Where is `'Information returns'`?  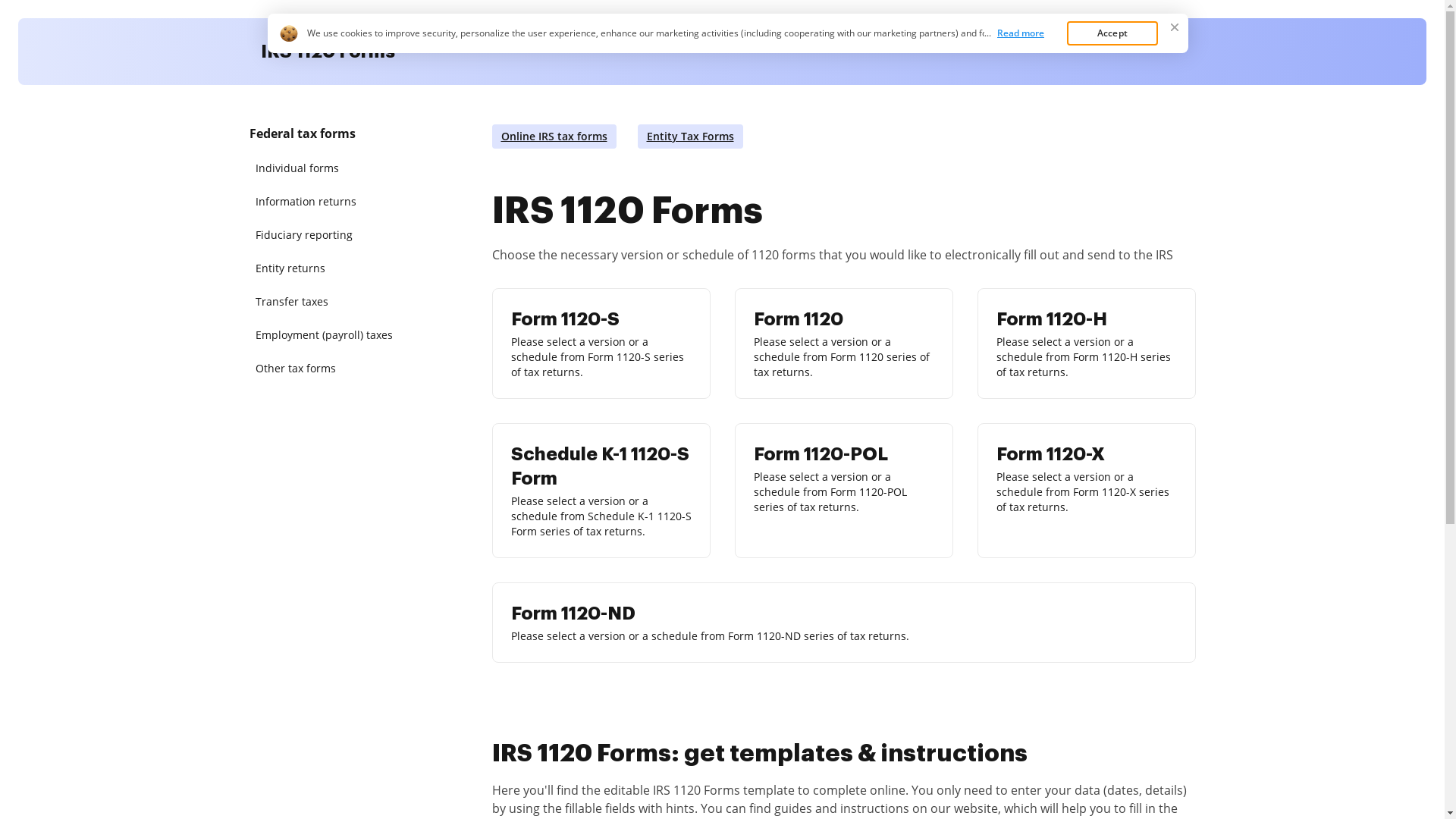 'Information returns' is located at coordinates (327, 201).